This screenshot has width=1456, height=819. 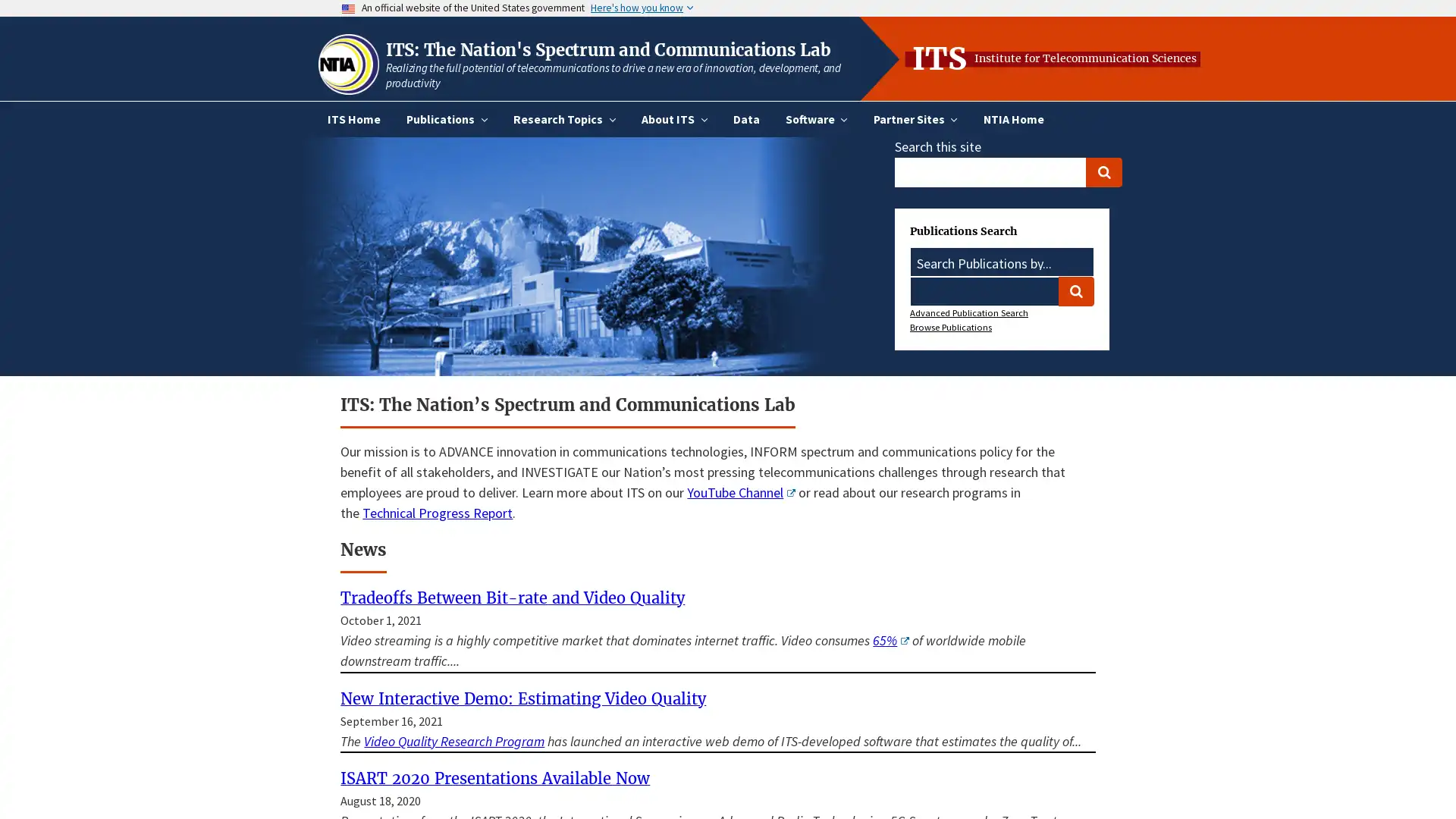 What do you see at coordinates (914, 118) in the screenshot?
I see `Partner Sites` at bounding box center [914, 118].